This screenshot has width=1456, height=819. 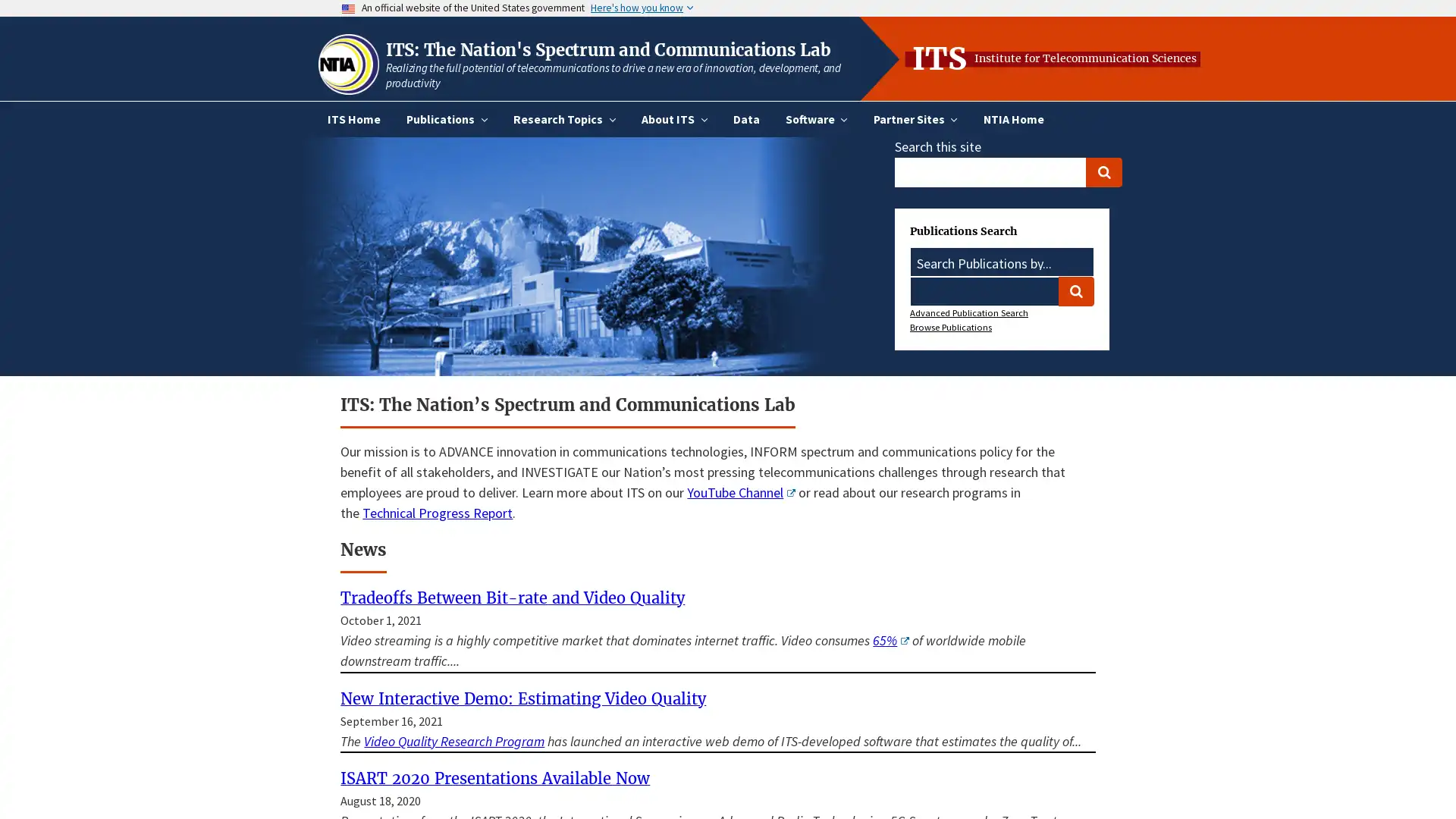 What do you see at coordinates (914, 118) in the screenshot?
I see `Partner Sites` at bounding box center [914, 118].